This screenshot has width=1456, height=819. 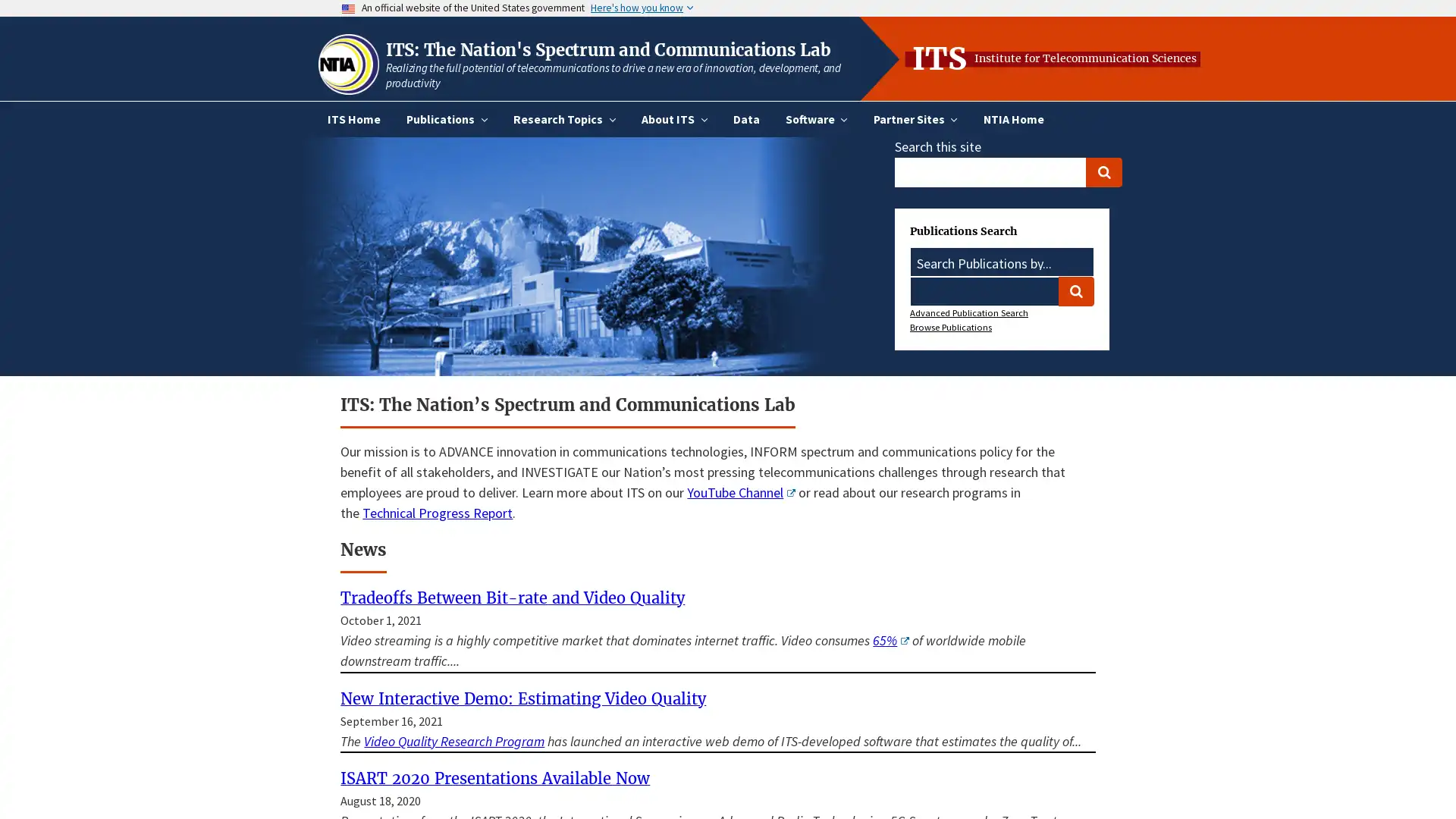 What do you see at coordinates (914, 118) in the screenshot?
I see `Partner Sites` at bounding box center [914, 118].